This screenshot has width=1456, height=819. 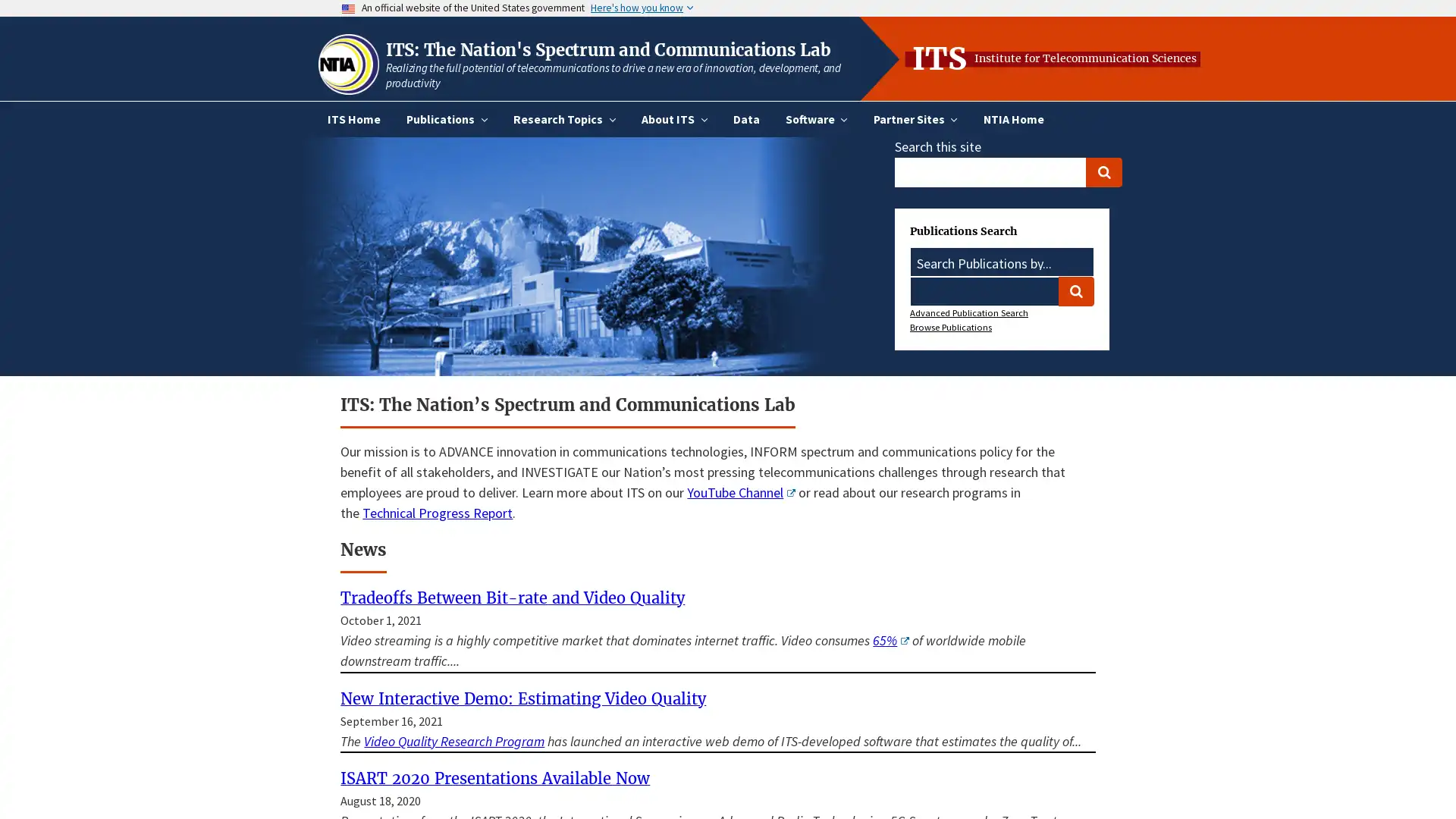 What do you see at coordinates (914, 118) in the screenshot?
I see `Partner Sites` at bounding box center [914, 118].